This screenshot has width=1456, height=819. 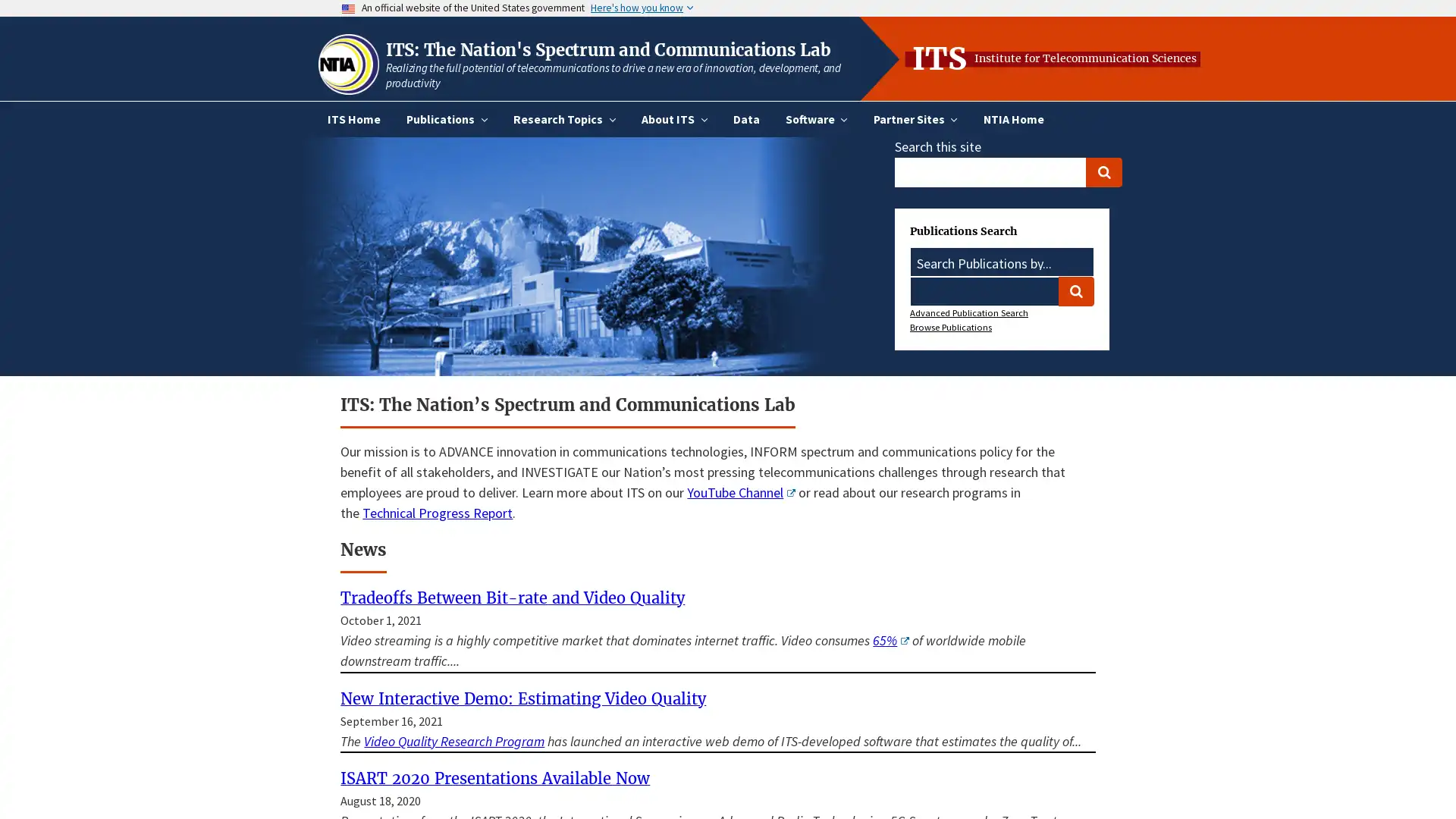 What do you see at coordinates (914, 118) in the screenshot?
I see `Partner Sites` at bounding box center [914, 118].